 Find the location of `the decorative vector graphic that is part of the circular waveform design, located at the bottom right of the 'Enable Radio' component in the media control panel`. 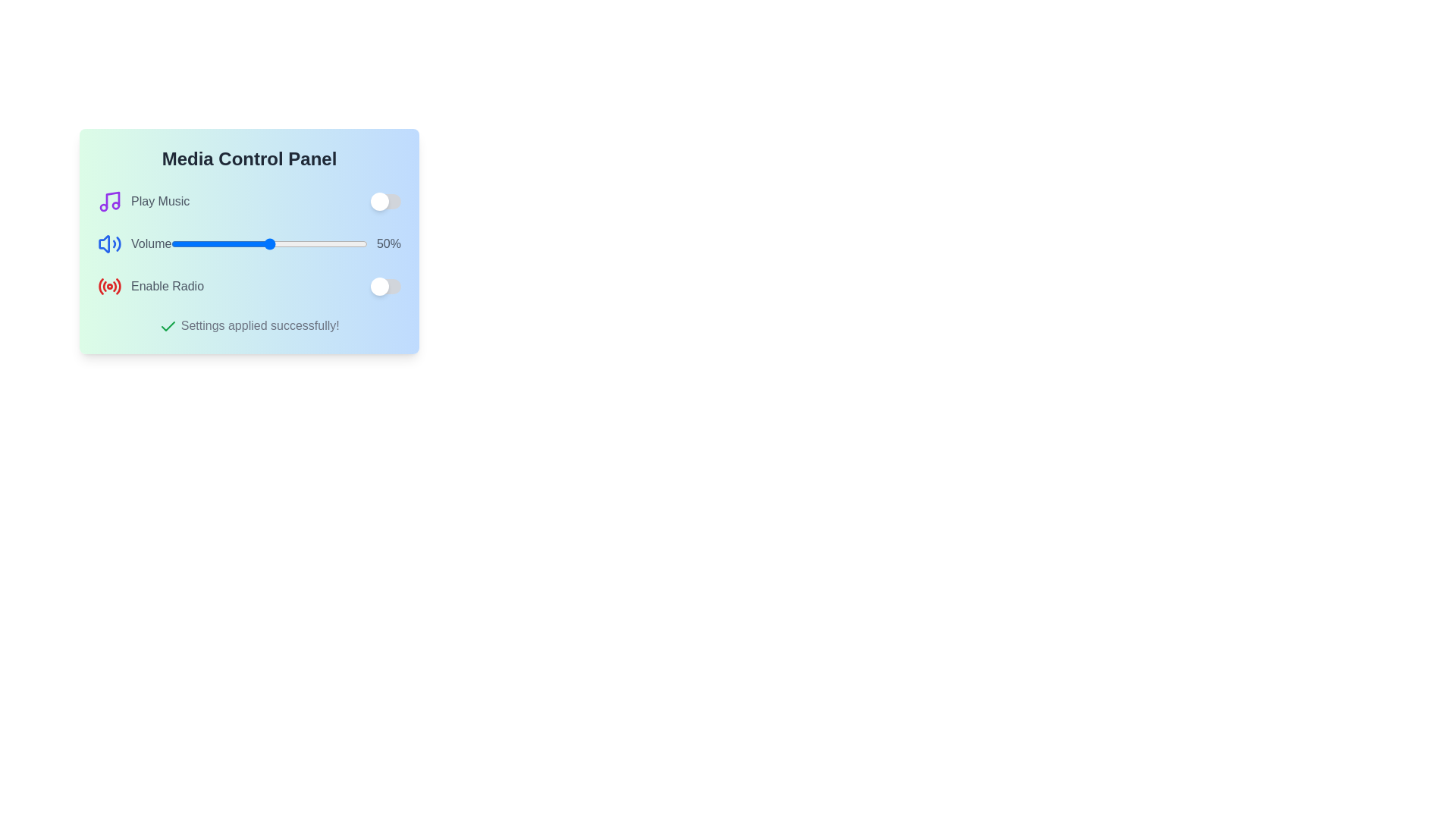

the decorative vector graphic that is part of the circular waveform design, located at the bottom right of the 'Enable Radio' component in the media control panel is located at coordinates (118, 286).